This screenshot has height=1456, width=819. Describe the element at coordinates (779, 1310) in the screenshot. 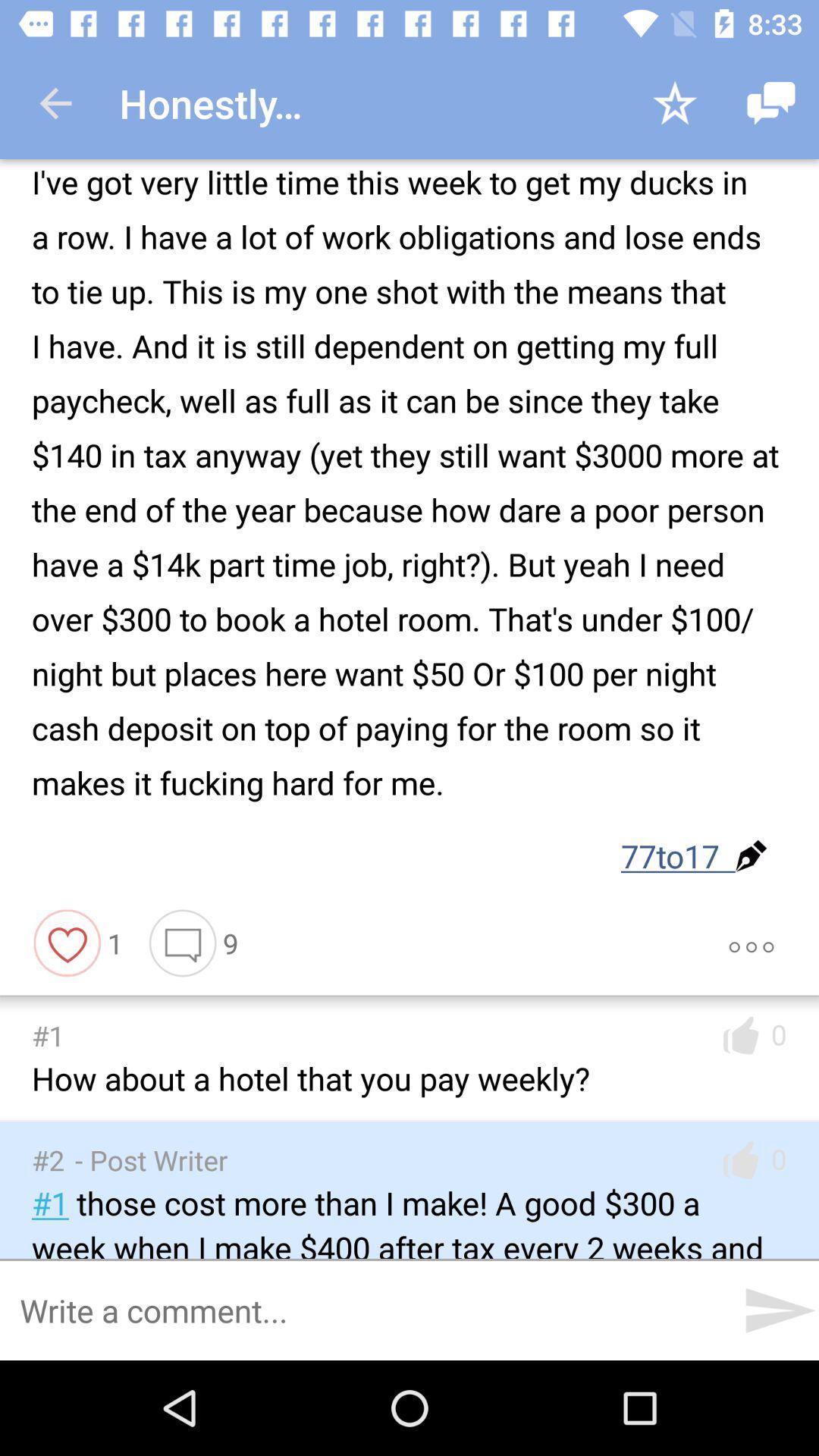

I see `the send icon` at that location.